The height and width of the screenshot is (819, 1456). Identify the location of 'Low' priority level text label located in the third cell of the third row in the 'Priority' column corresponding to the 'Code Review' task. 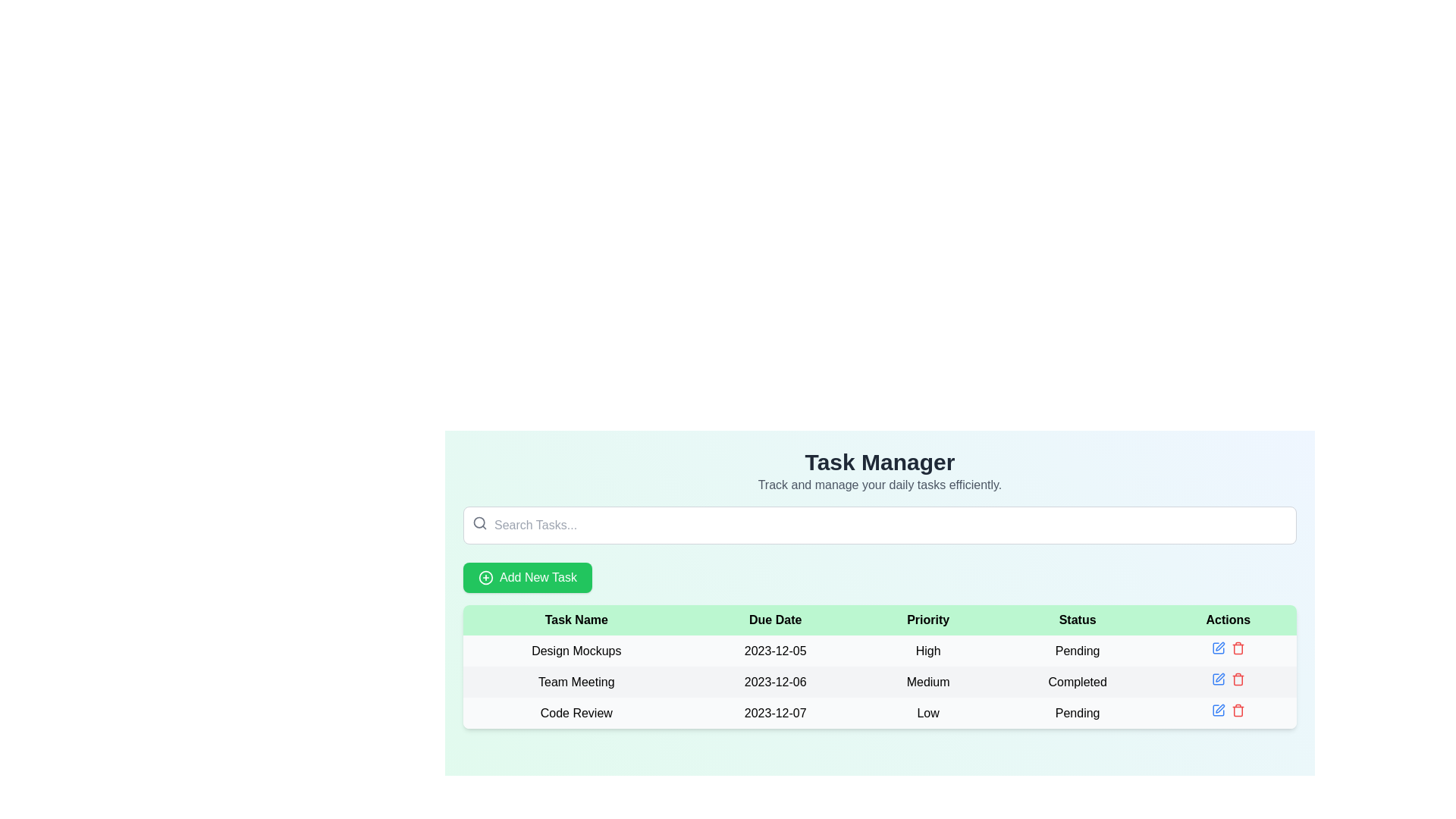
(927, 713).